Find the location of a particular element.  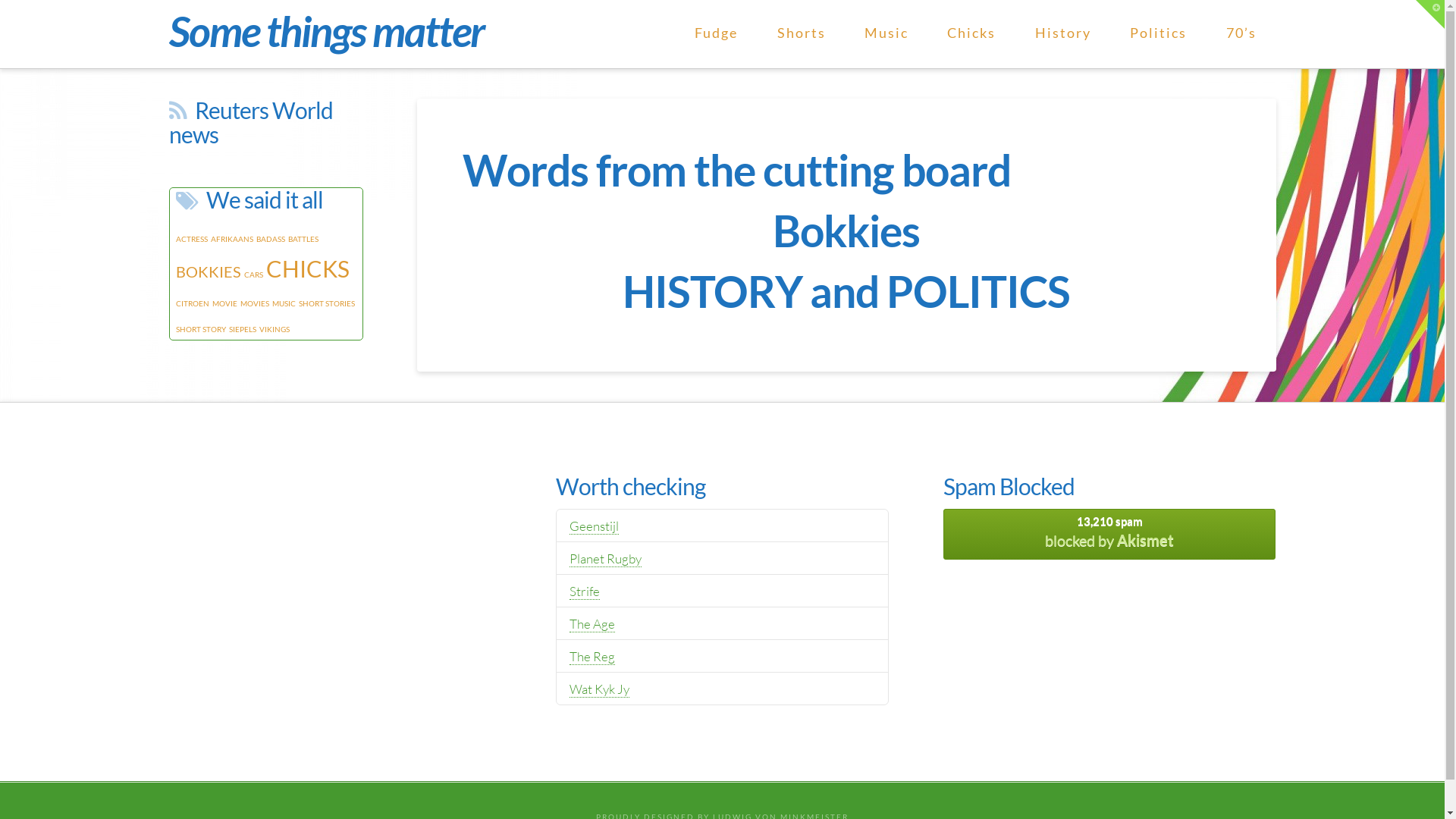

'Toggle the Widgetbar' is located at coordinates (1429, 14).